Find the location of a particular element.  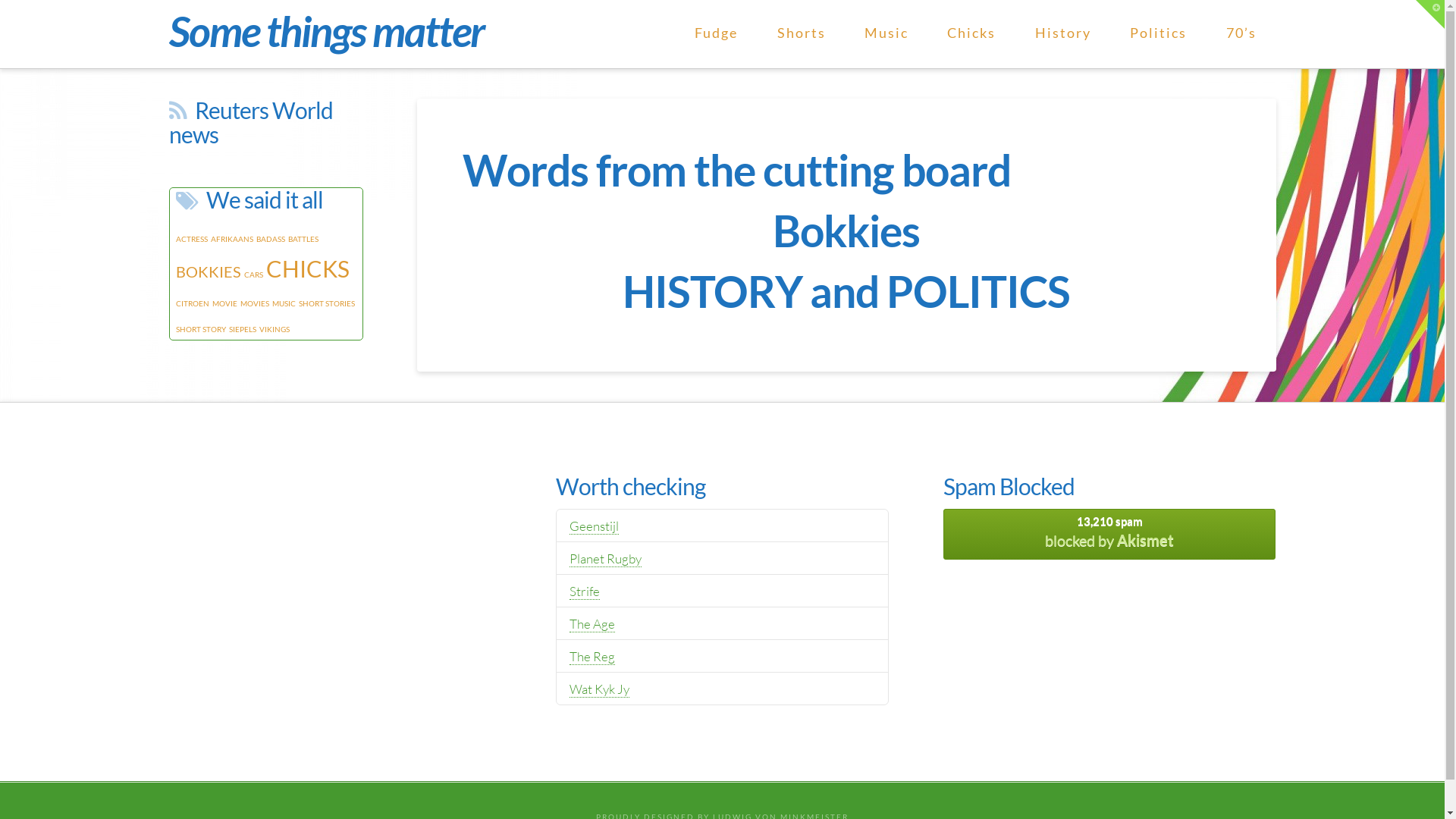

'Toggle the Widgetbar' is located at coordinates (1429, 14).